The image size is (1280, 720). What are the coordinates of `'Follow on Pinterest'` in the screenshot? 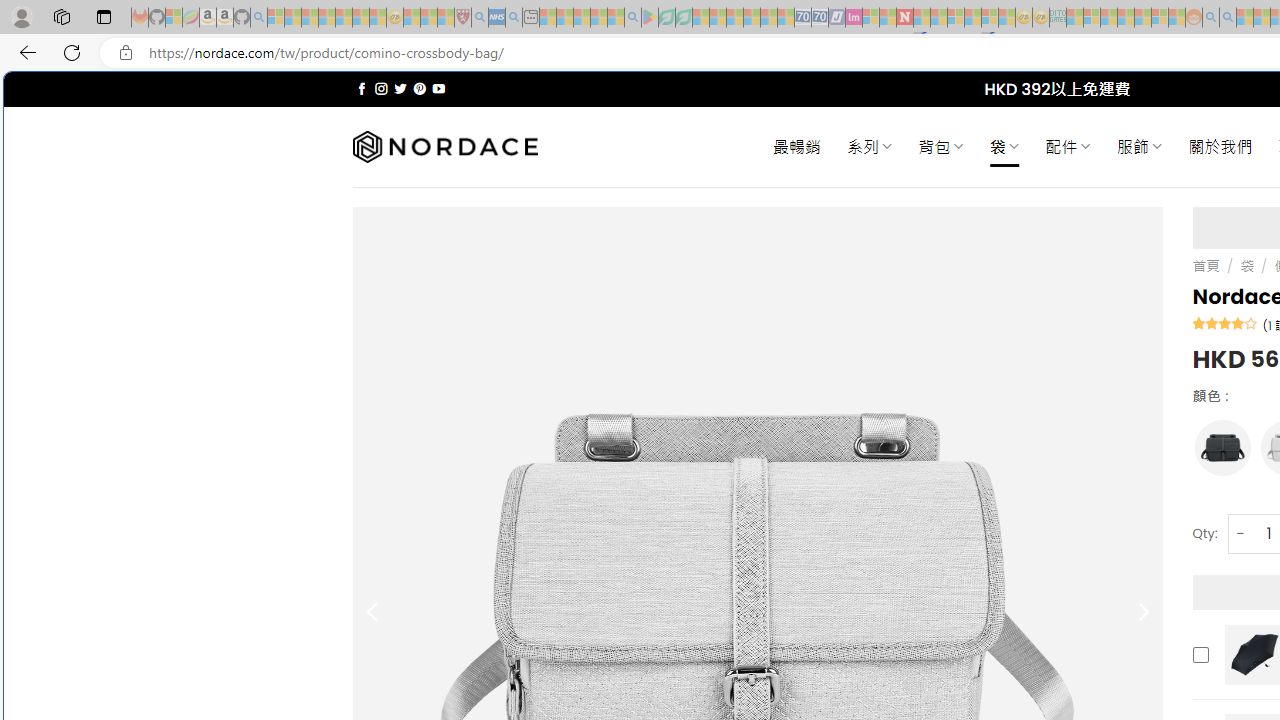 It's located at (418, 88).